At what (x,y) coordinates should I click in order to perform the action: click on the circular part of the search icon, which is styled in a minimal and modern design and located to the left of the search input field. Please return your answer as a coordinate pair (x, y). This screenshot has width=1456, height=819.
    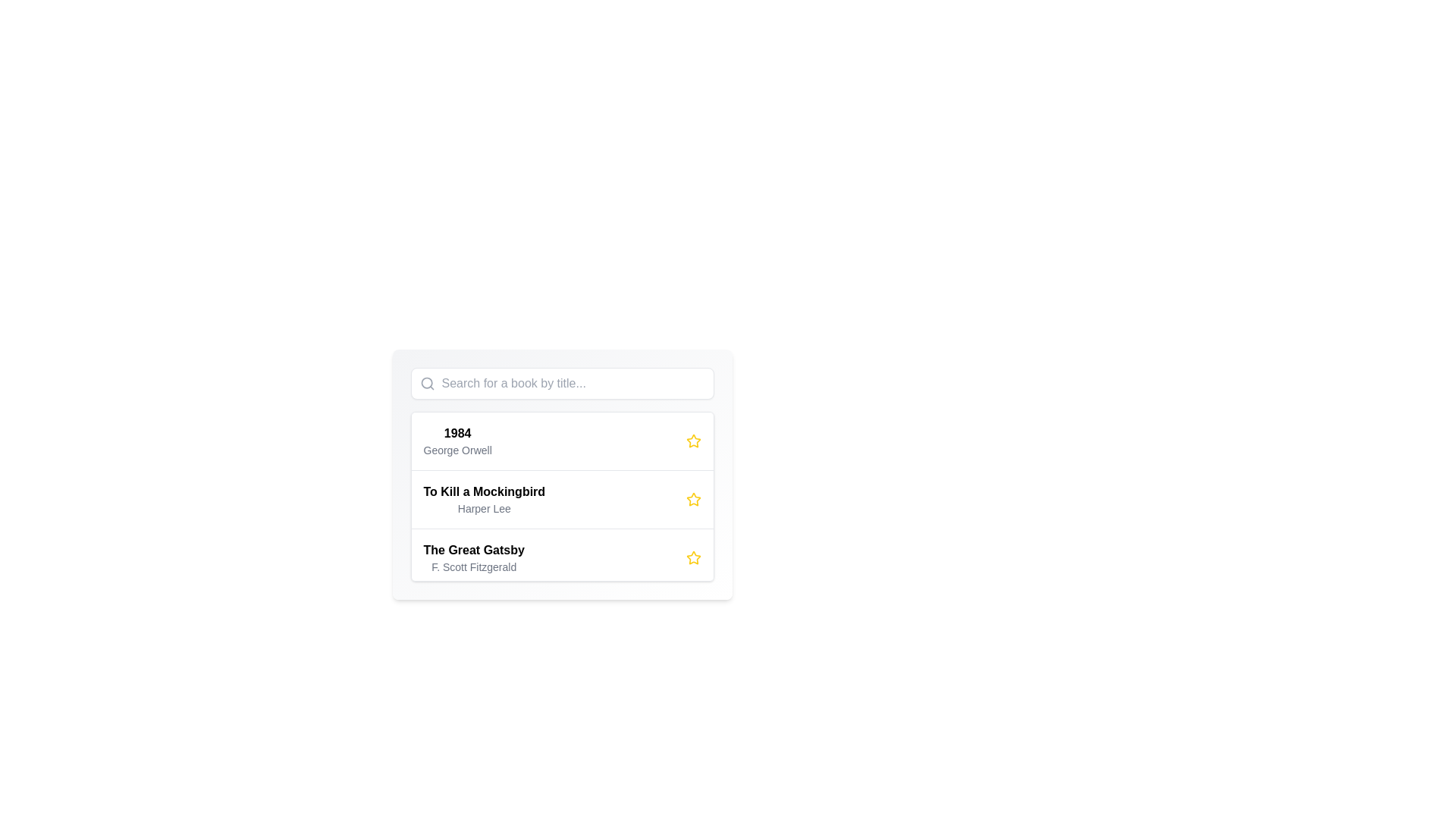
    Looking at the image, I should click on (425, 382).